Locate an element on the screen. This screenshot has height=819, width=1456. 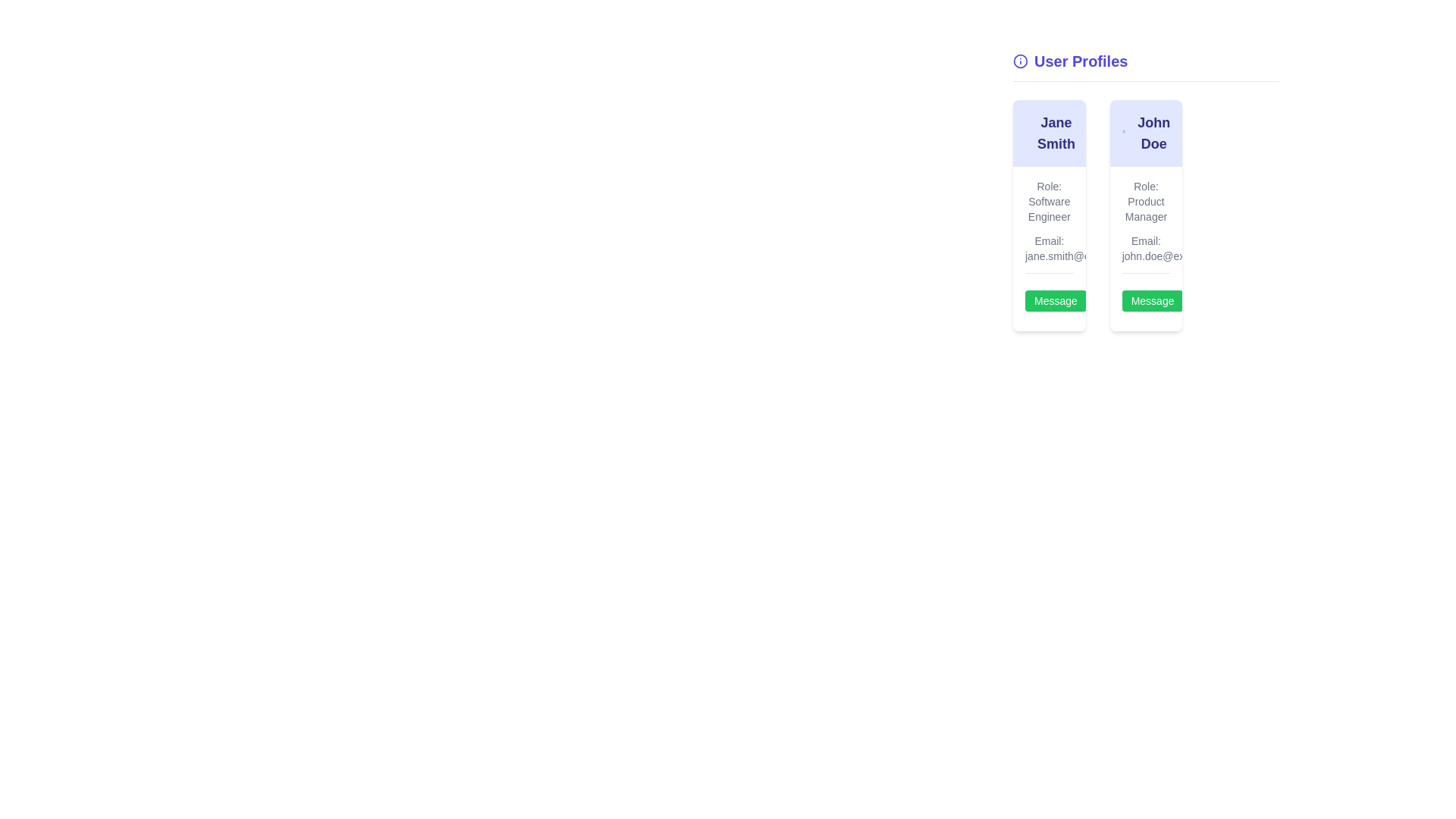
the static text label indicating the role of the individual in the profile for 'John Doe', located in the second profile card in the 'User Profiles' section is located at coordinates (1146, 186).